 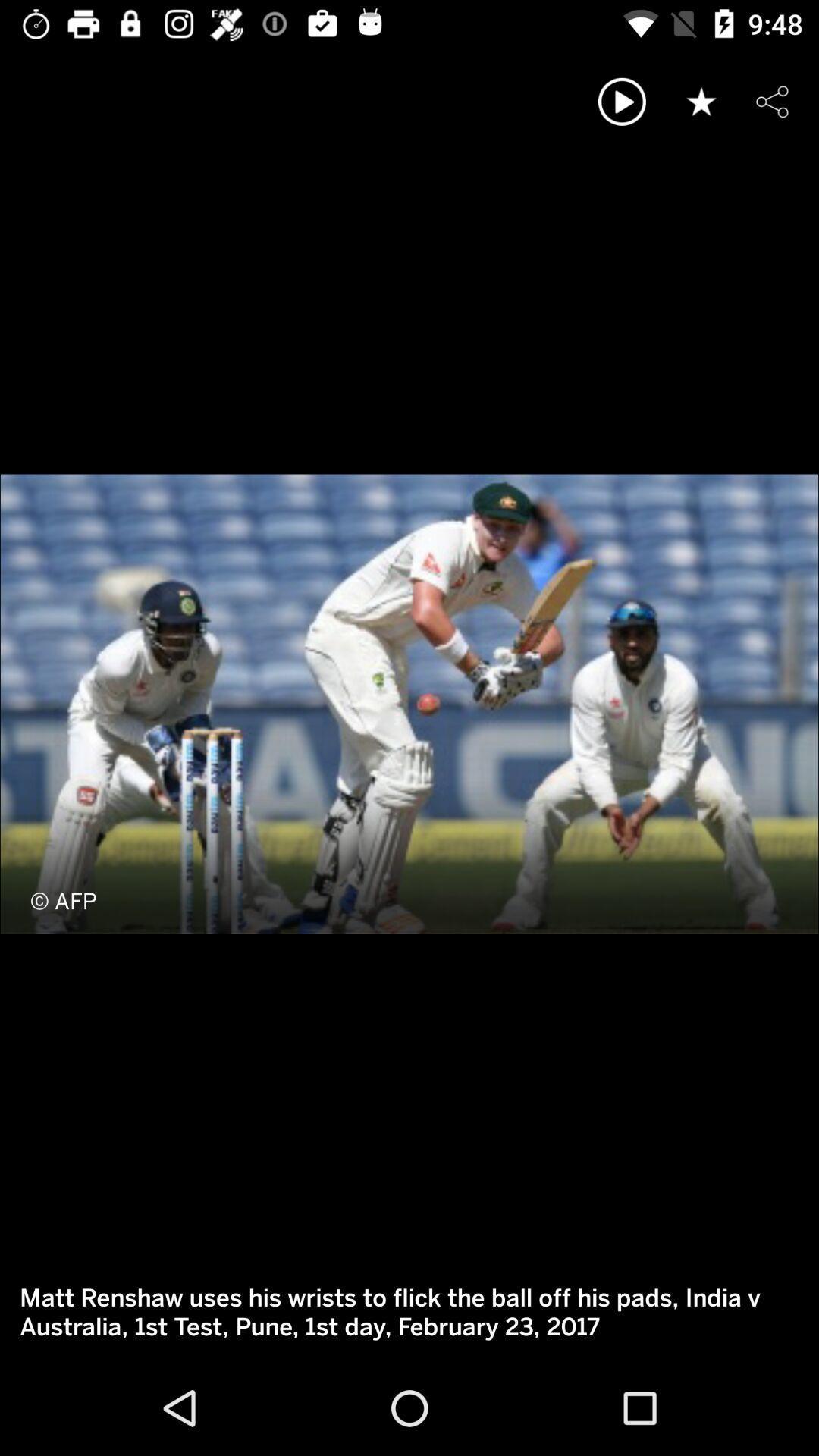 I want to click on the share icon, so click(x=772, y=101).